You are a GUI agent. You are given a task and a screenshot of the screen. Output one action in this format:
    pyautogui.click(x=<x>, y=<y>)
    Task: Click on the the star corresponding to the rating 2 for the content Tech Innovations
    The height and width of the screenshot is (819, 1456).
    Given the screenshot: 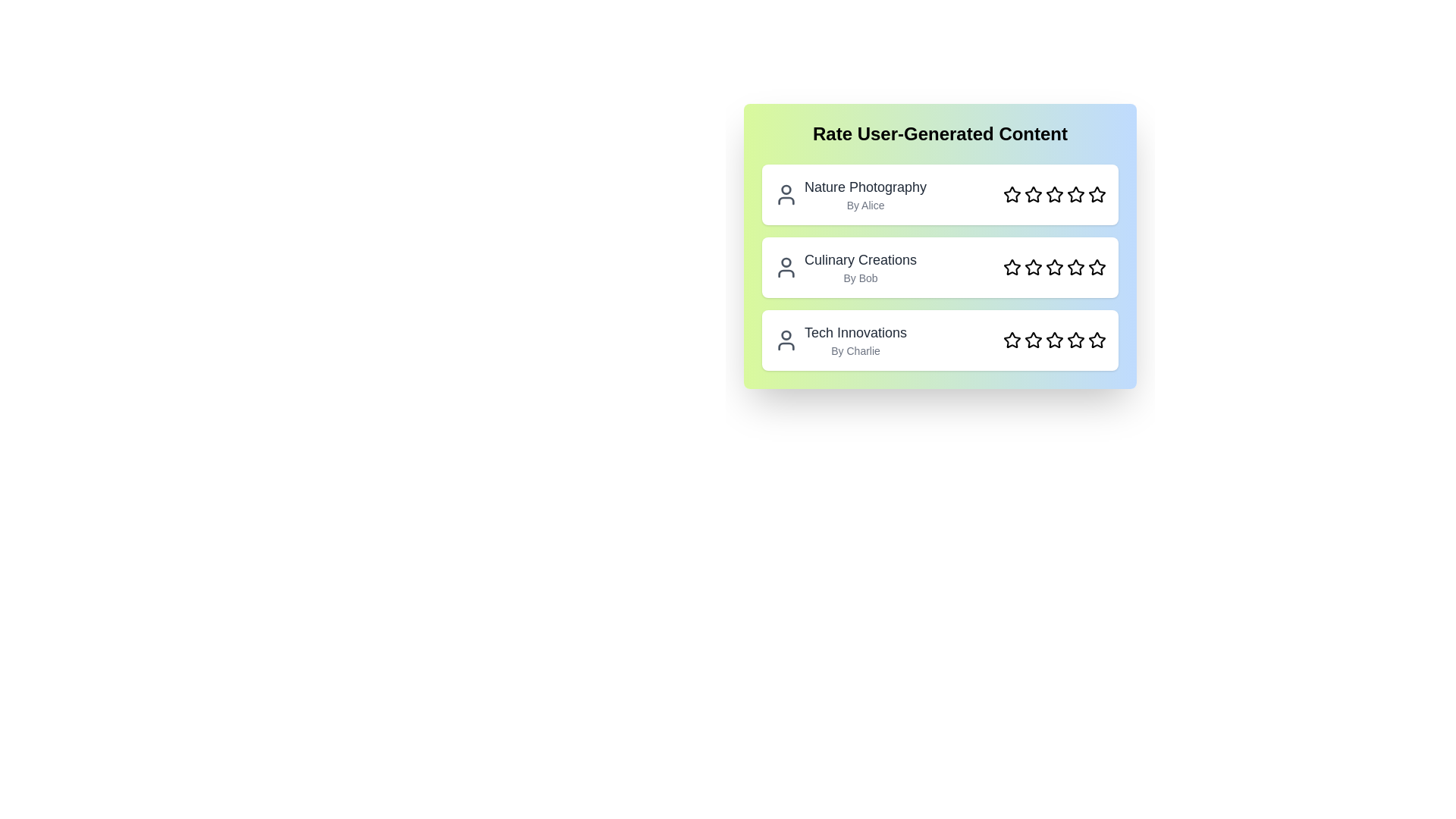 What is the action you would take?
    pyautogui.click(x=1033, y=339)
    